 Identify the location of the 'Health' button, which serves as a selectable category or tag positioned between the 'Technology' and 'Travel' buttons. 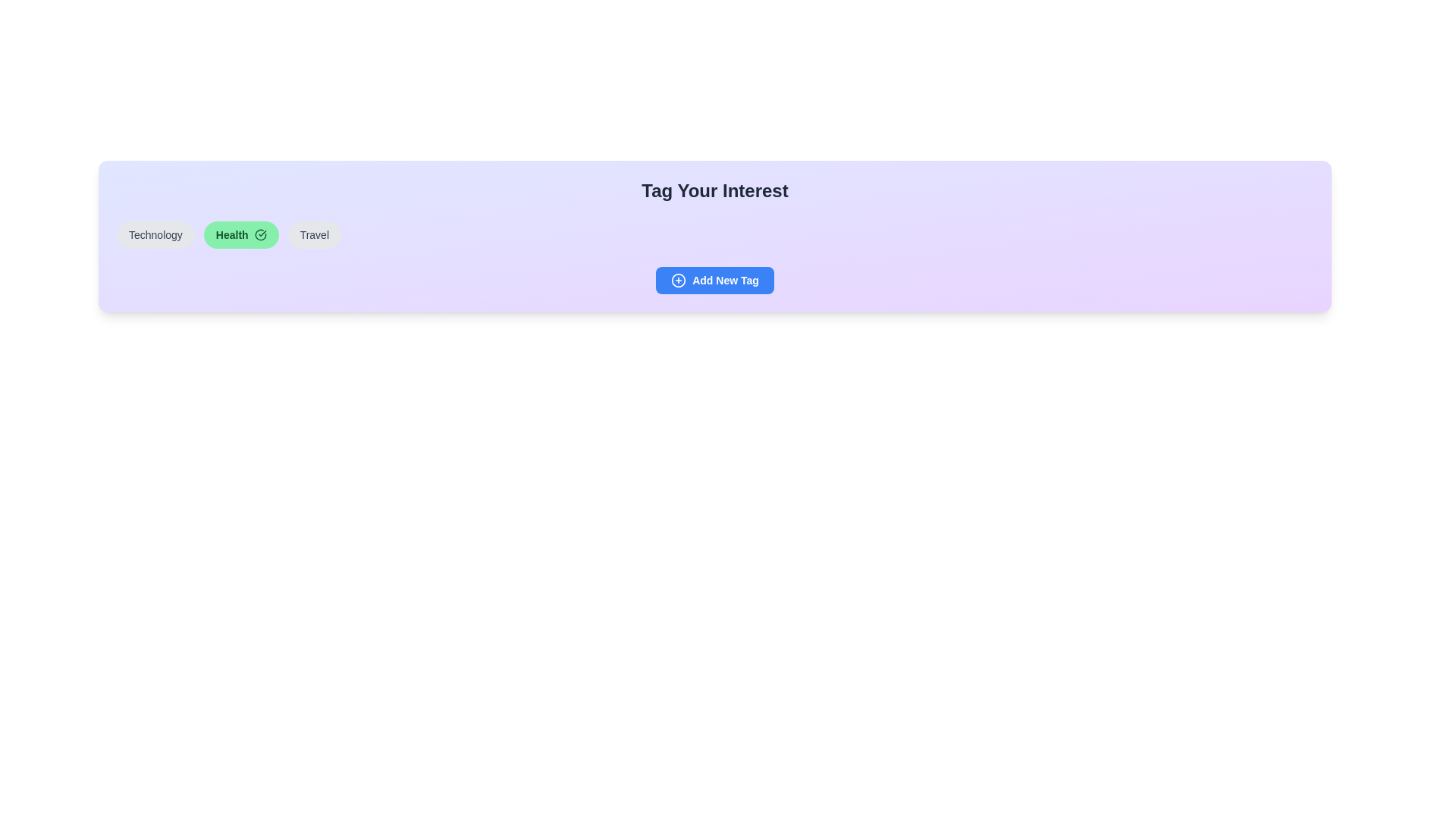
(240, 234).